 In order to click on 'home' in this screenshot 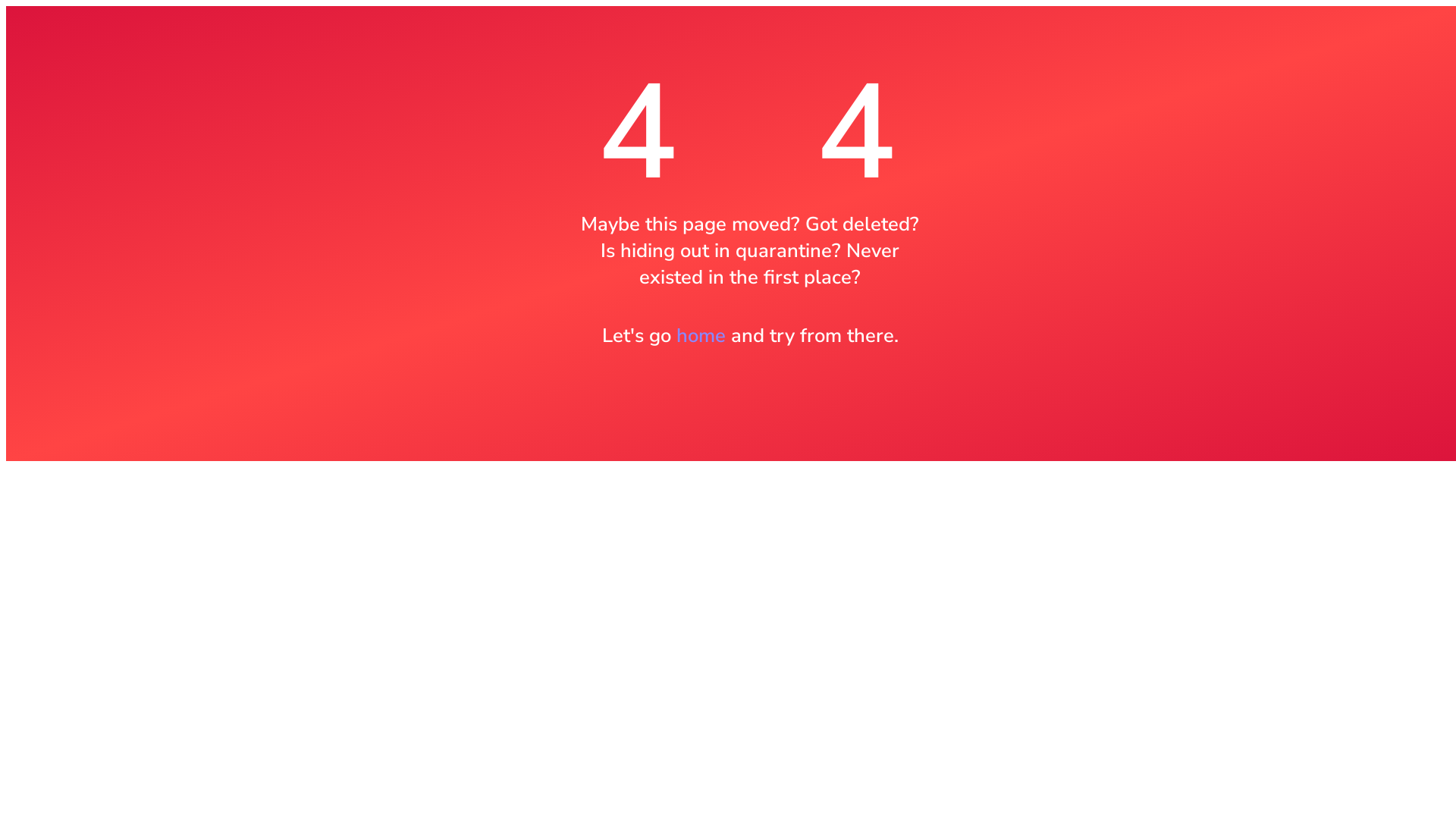, I will do `click(676, 334)`.